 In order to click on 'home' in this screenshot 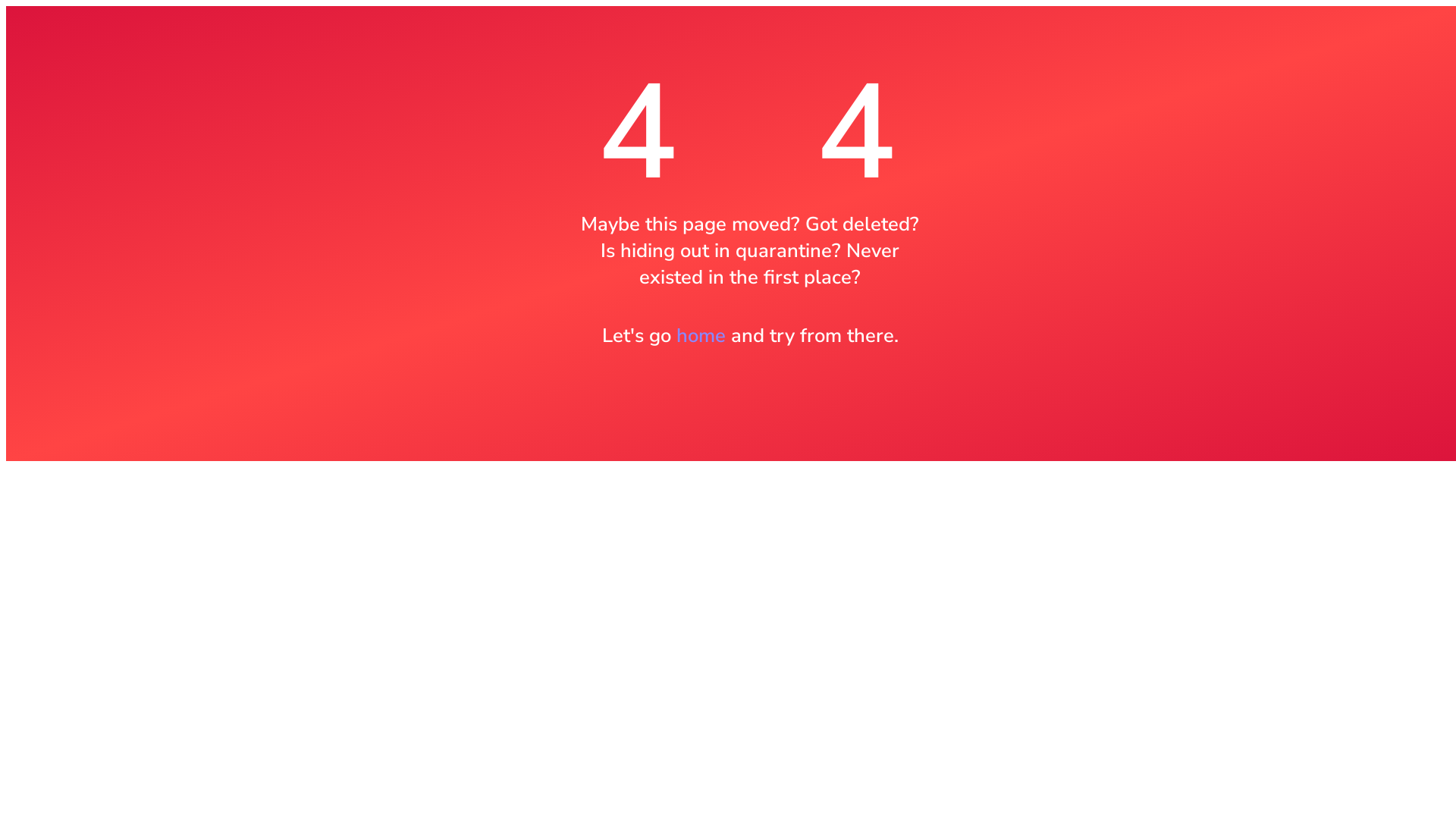, I will do `click(676, 334)`.